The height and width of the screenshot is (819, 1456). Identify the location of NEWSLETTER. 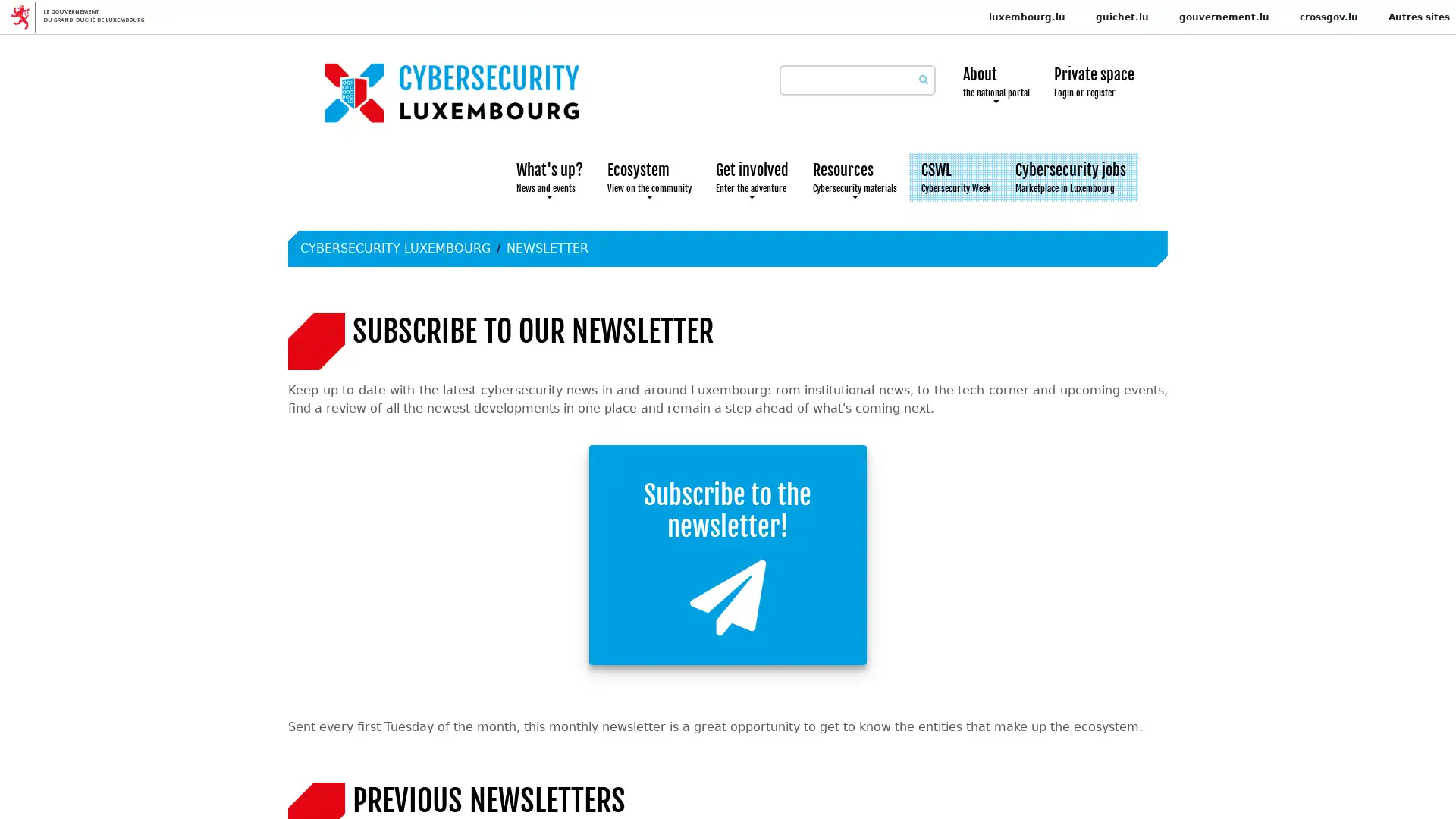
(546, 247).